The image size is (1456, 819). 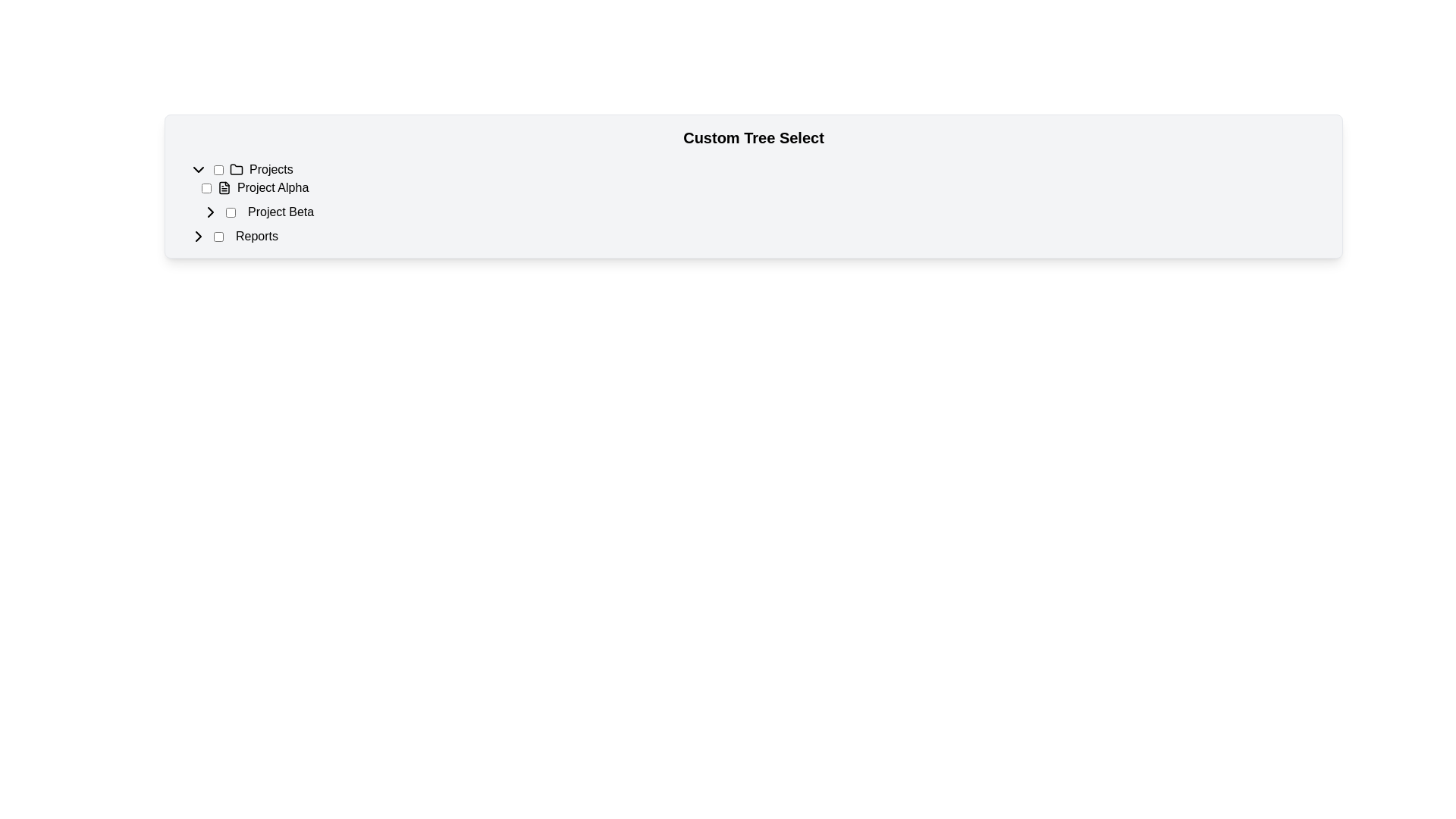 What do you see at coordinates (253, 169) in the screenshot?
I see `the 'Projects' text label in the navigation menu` at bounding box center [253, 169].